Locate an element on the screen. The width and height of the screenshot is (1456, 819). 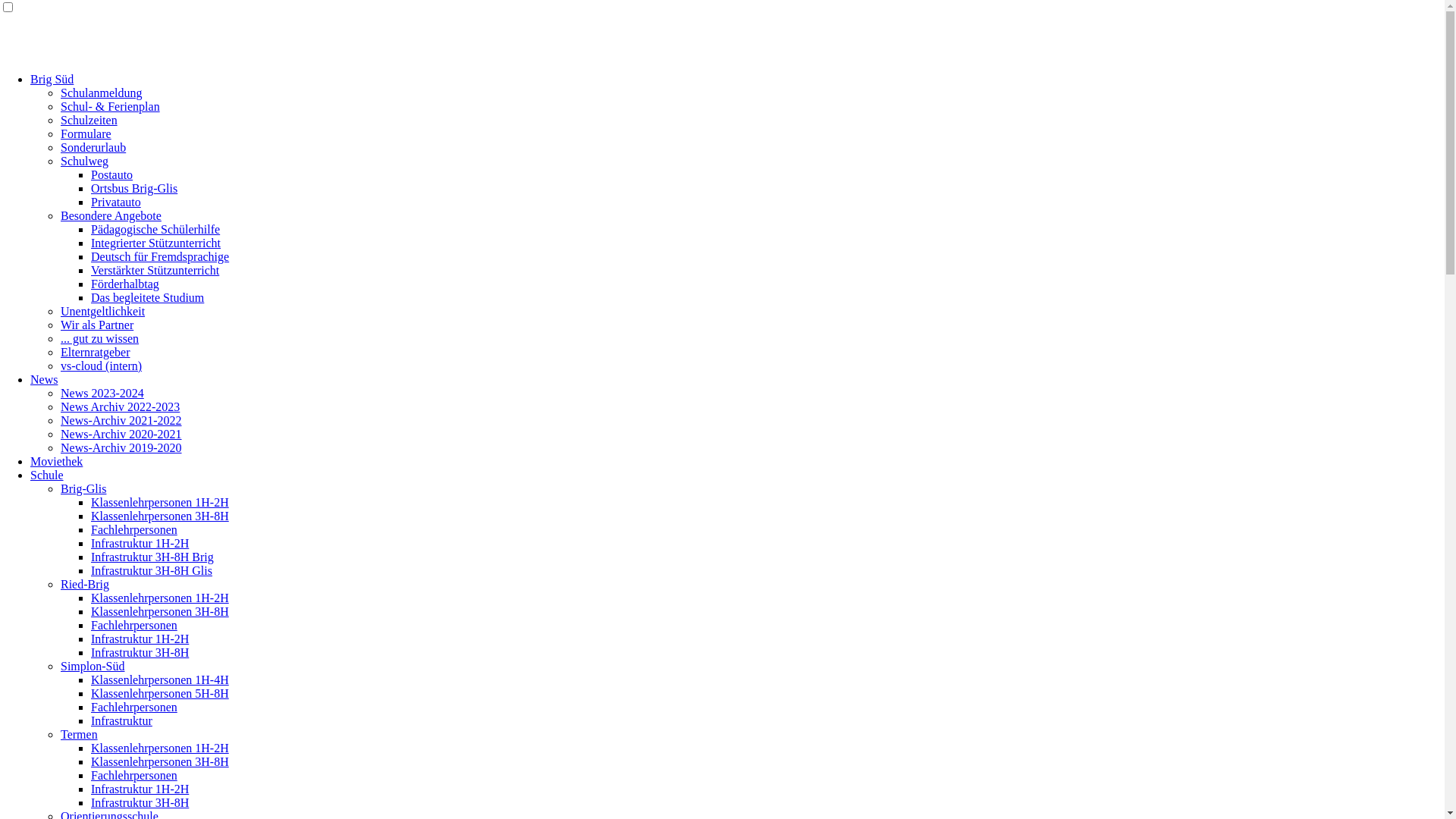
'Besondere Angebote' is located at coordinates (110, 215).